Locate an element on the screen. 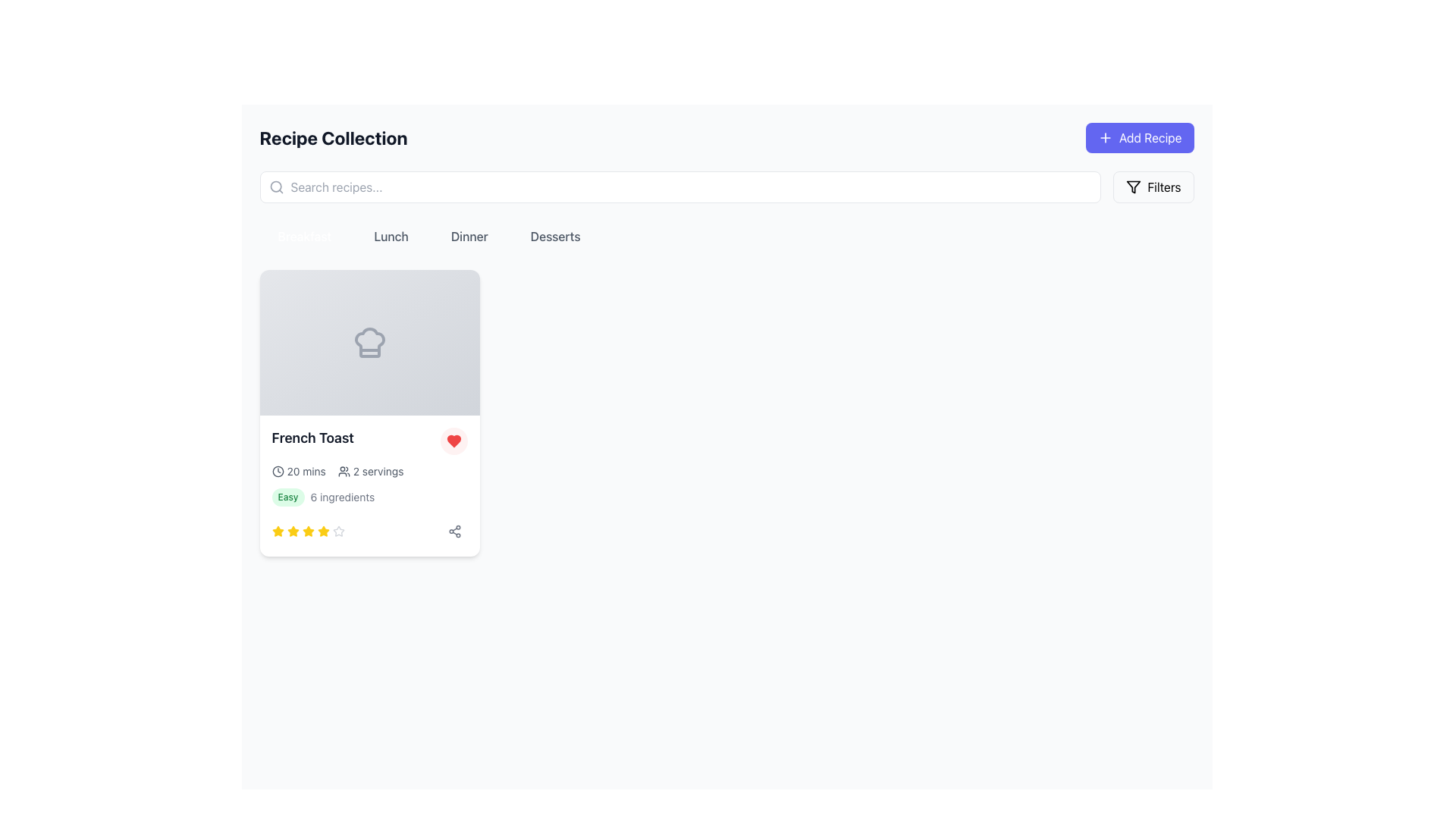 The height and width of the screenshot is (819, 1456). the 'Desserts' button, which is the fourth button in a horizontal row of category buttons is located at coordinates (554, 237).